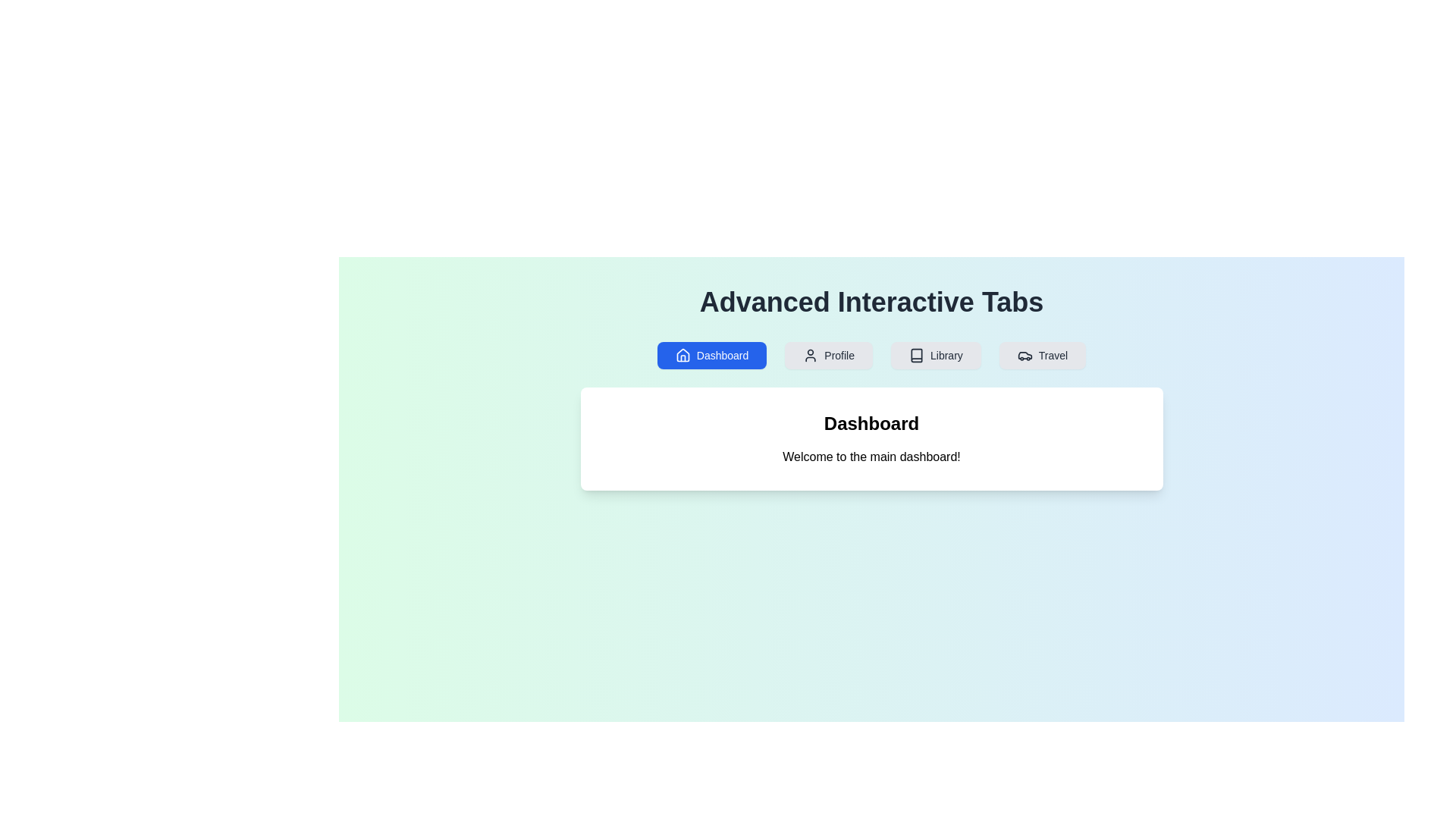 This screenshot has height=819, width=1456. Describe the element at coordinates (935, 356) in the screenshot. I see `the 'Library' button, which is a rounded rectangular button with a light gray background and dark gray border, located between the 'Profile' and 'Travel' buttons` at that location.